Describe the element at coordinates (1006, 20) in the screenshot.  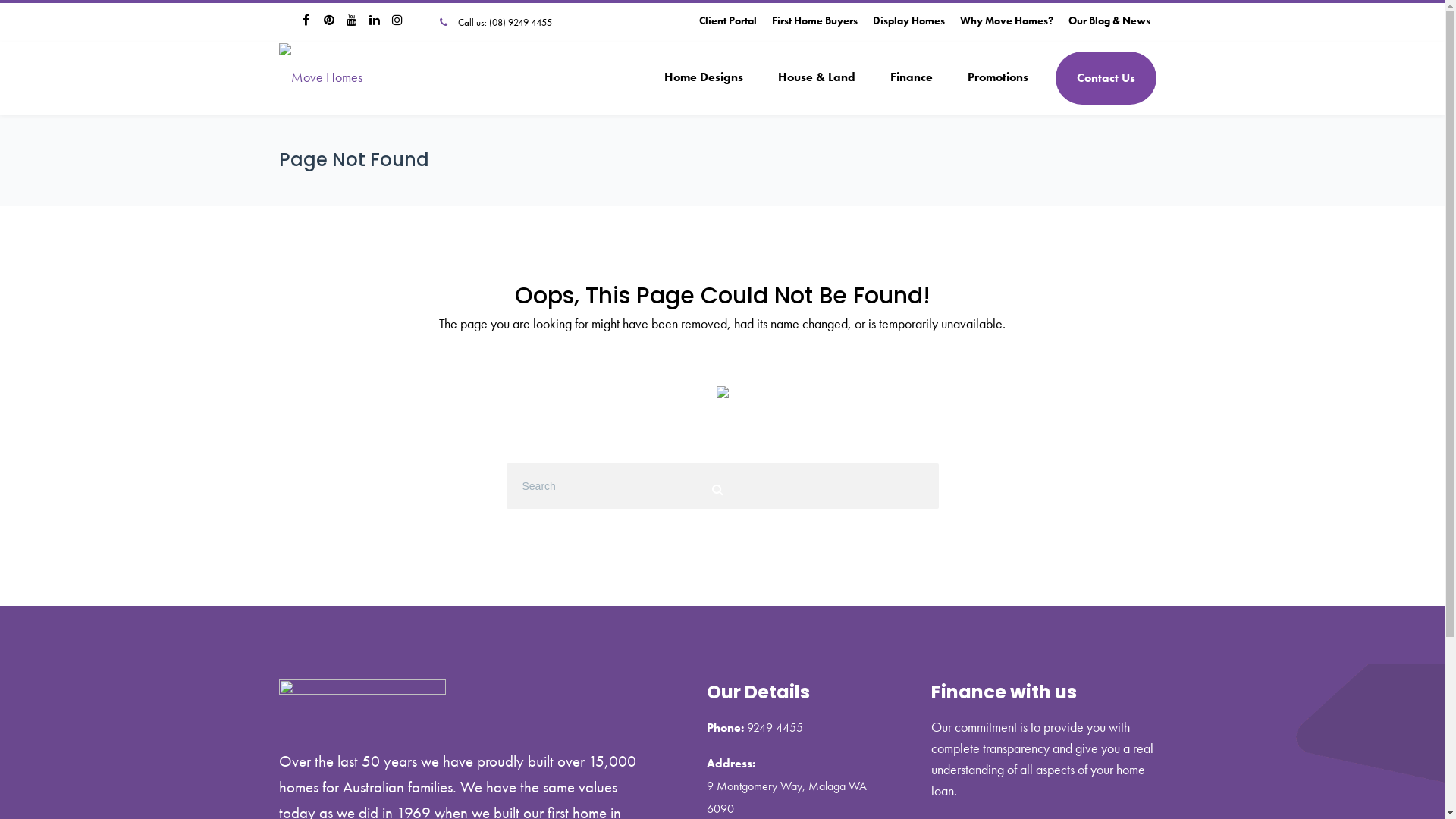
I see `'Why Move Homes?'` at that location.